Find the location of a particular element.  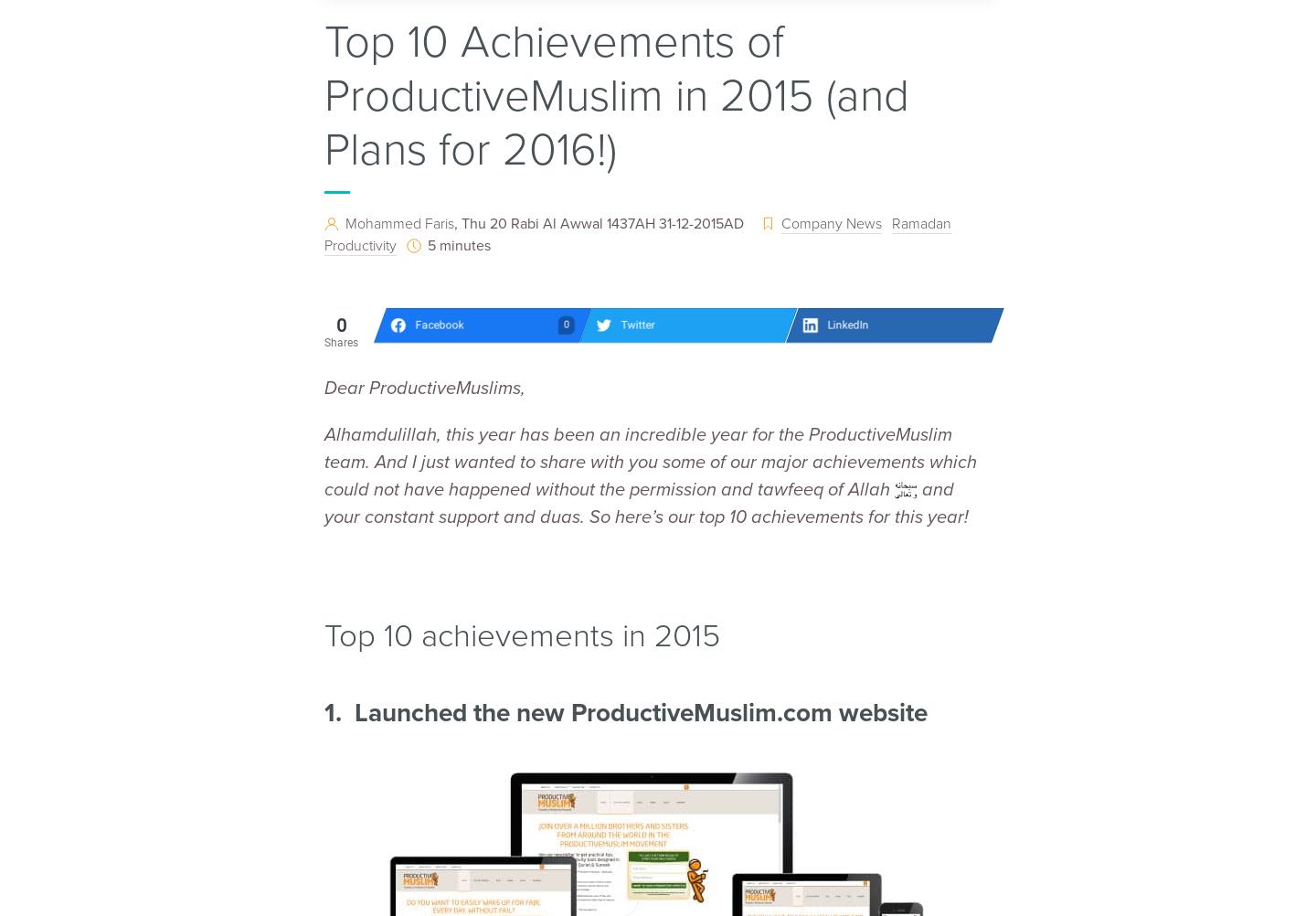

'Ramadan Productivity' is located at coordinates (637, 233).